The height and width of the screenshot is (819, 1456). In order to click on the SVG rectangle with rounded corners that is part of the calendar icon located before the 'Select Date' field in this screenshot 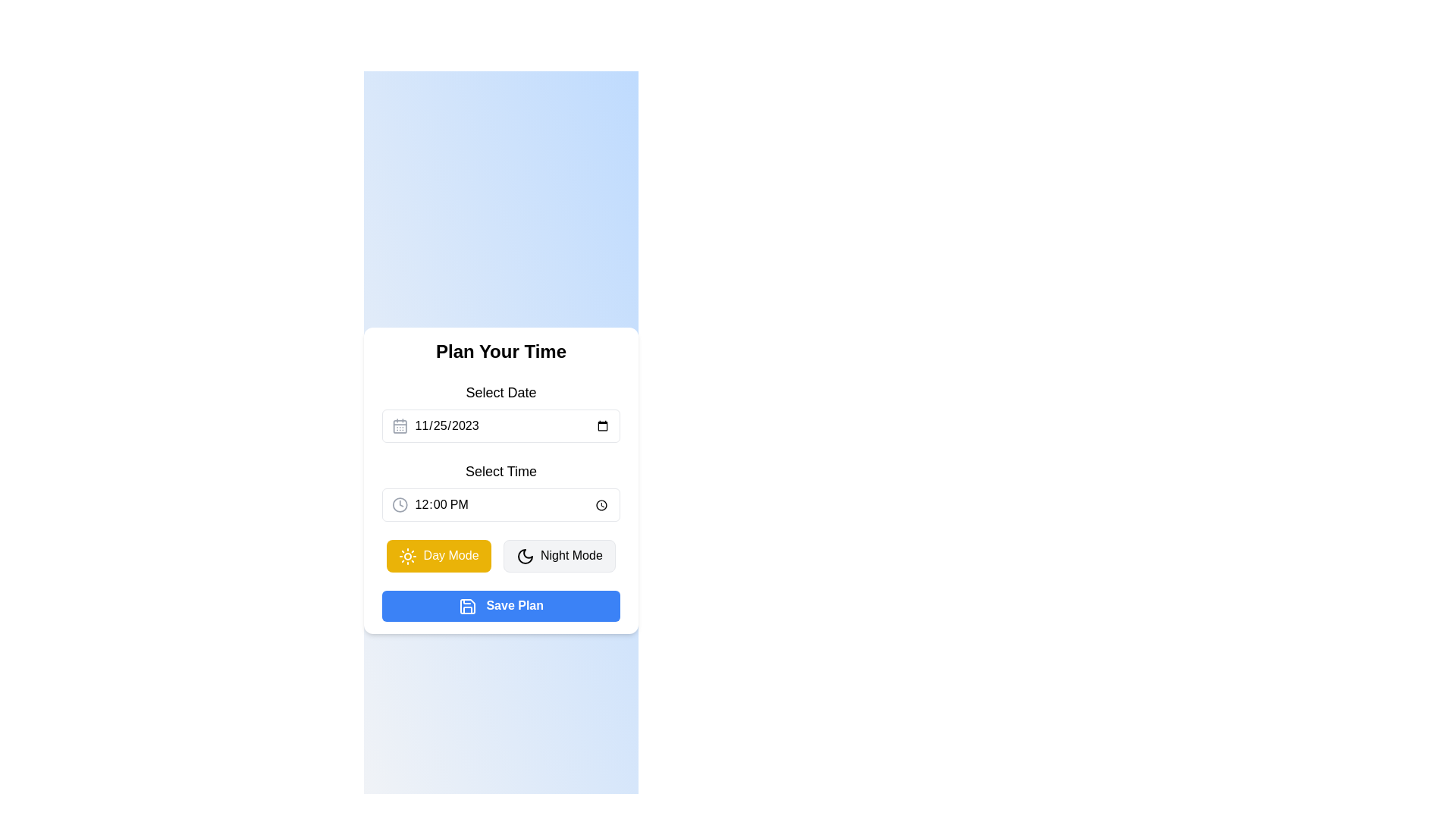, I will do `click(400, 427)`.